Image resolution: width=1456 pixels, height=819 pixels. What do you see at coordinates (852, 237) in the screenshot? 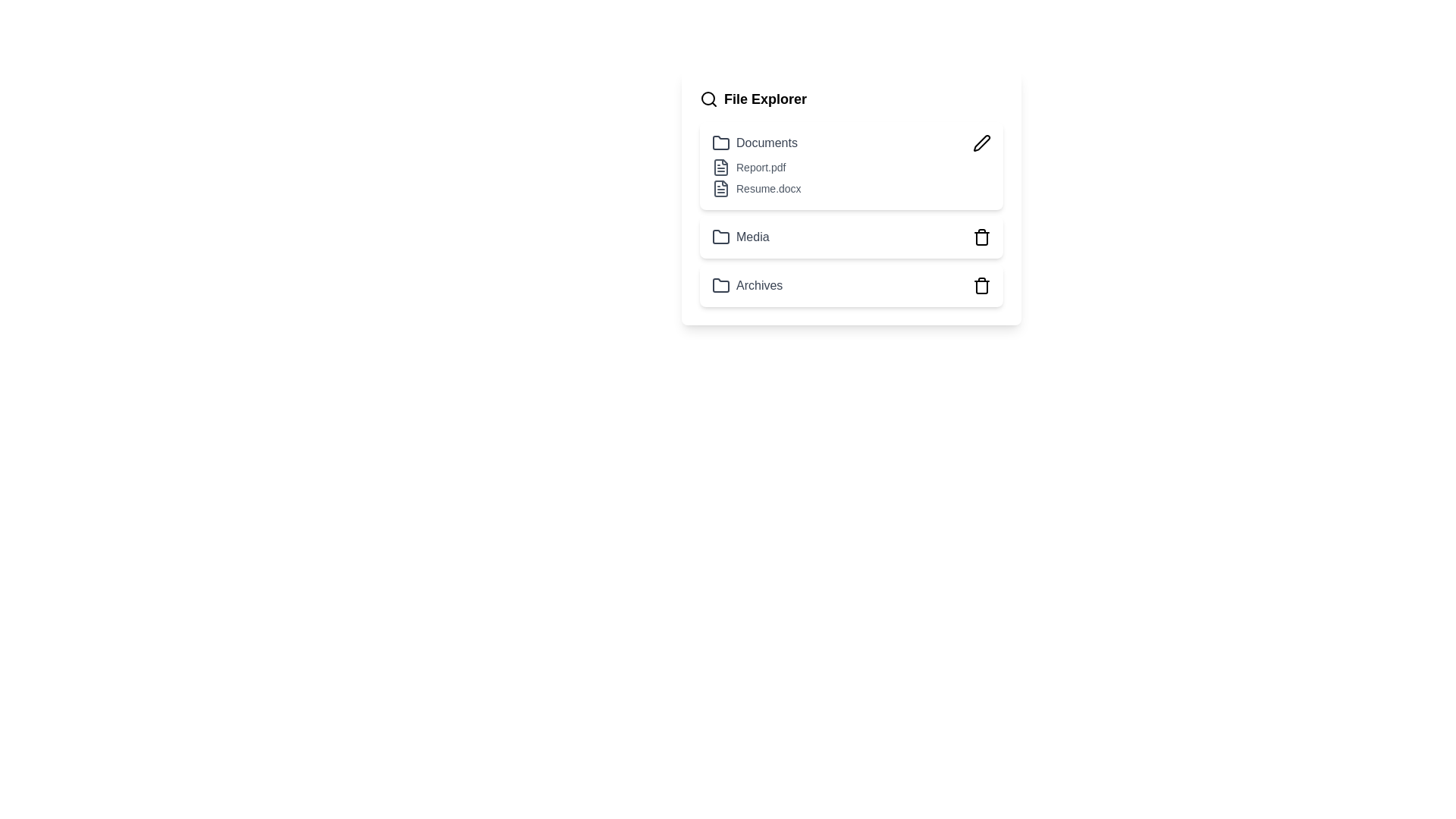
I see `the 'Media' Card element, which is the third item in a file explorer list` at bounding box center [852, 237].